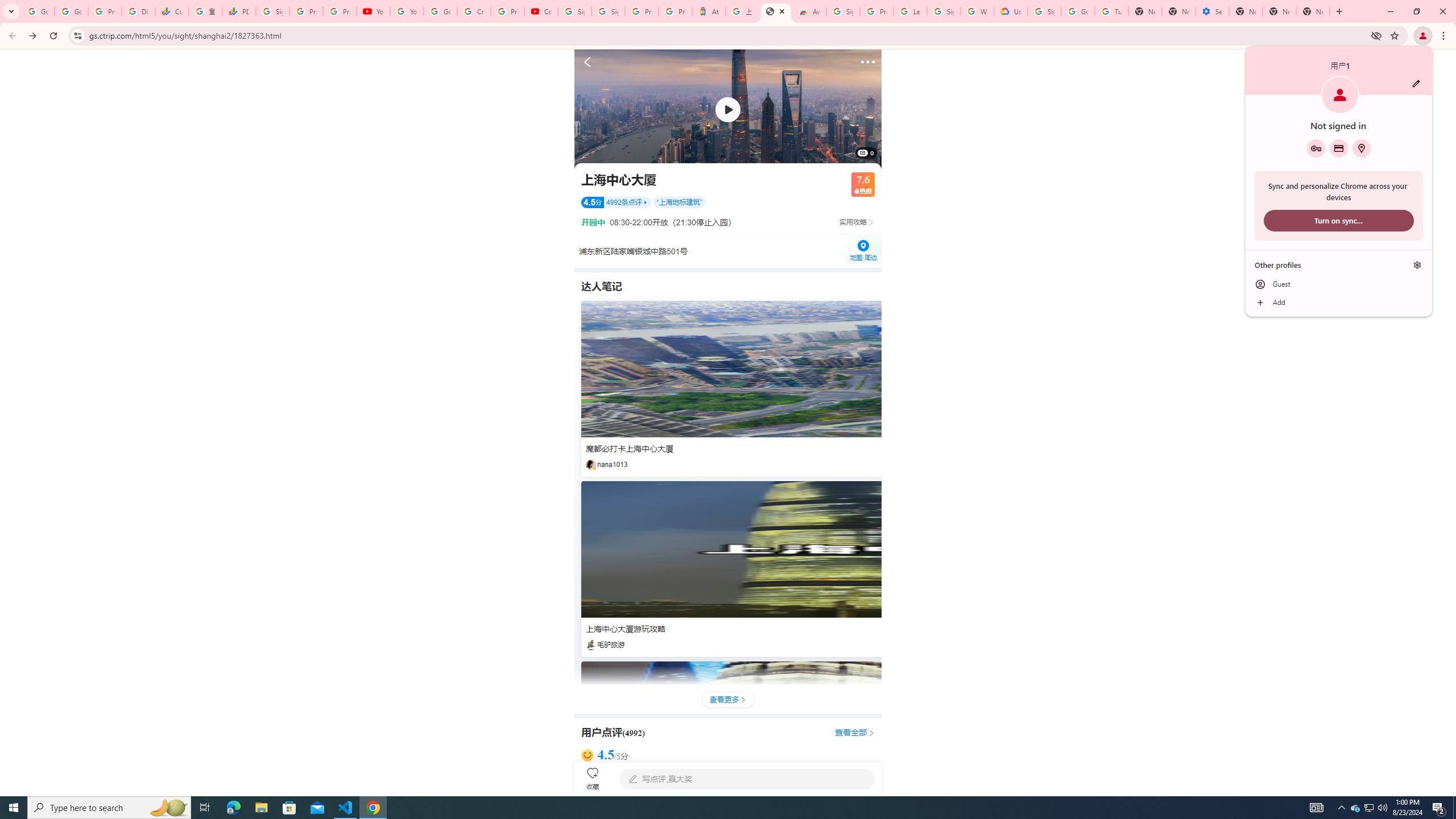 The height and width of the screenshot is (819, 1456). I want to click on 'To get missing image descriptions, open the context menu.', so click(728, 109).